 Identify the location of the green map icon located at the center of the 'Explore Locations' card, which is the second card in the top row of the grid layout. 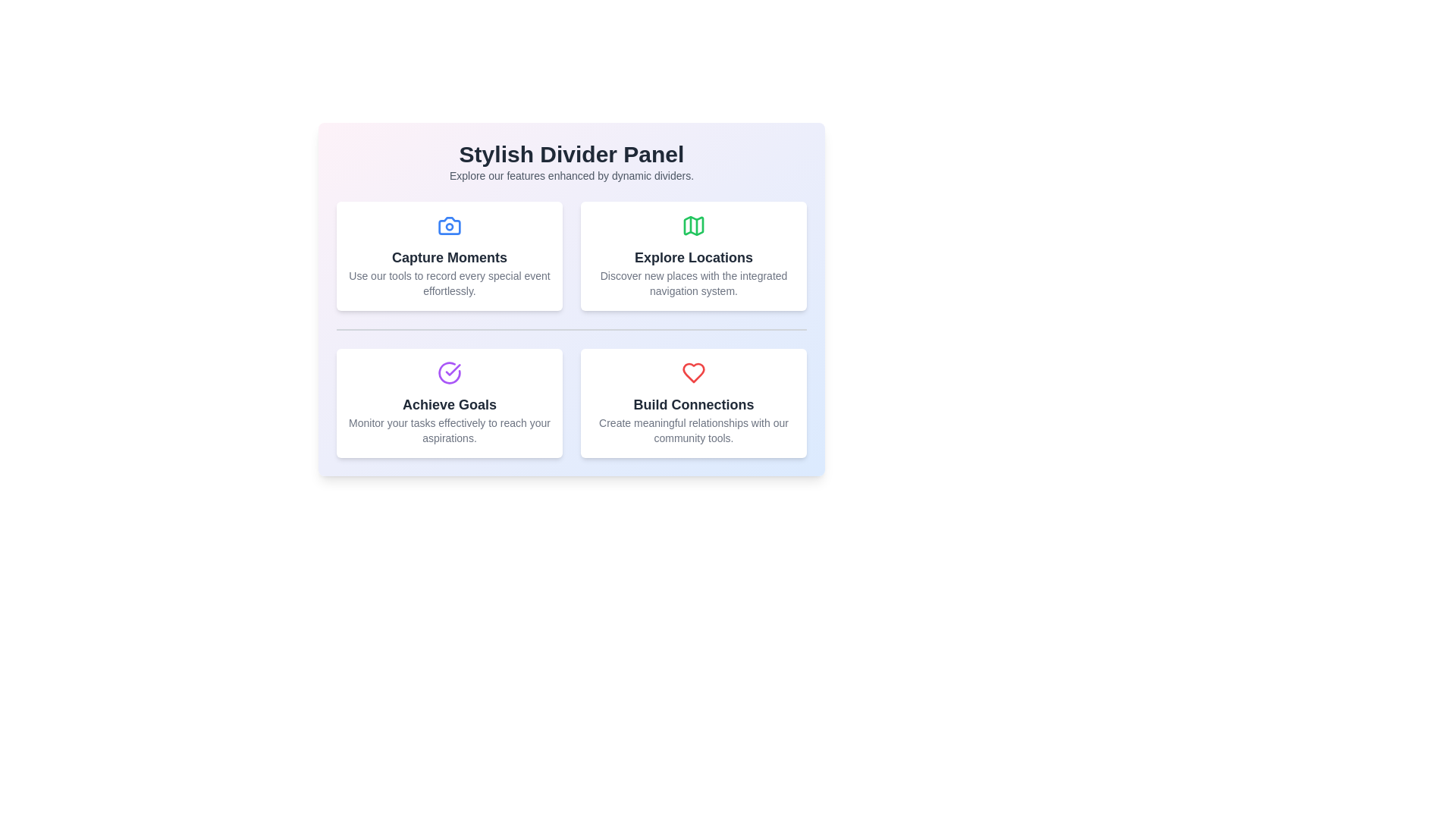
(693, 225).